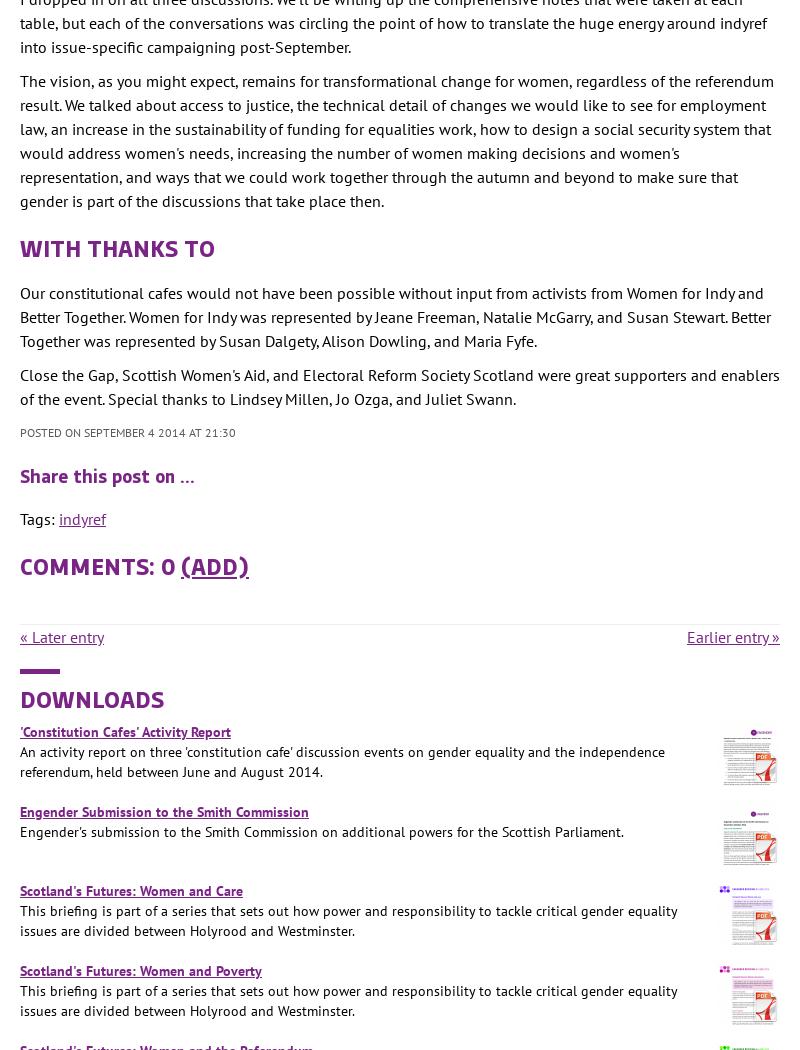  What do you see at coordinates (20, 698) in the screenshot?
I see `'Downloads'` at bounding box center [20, 698].